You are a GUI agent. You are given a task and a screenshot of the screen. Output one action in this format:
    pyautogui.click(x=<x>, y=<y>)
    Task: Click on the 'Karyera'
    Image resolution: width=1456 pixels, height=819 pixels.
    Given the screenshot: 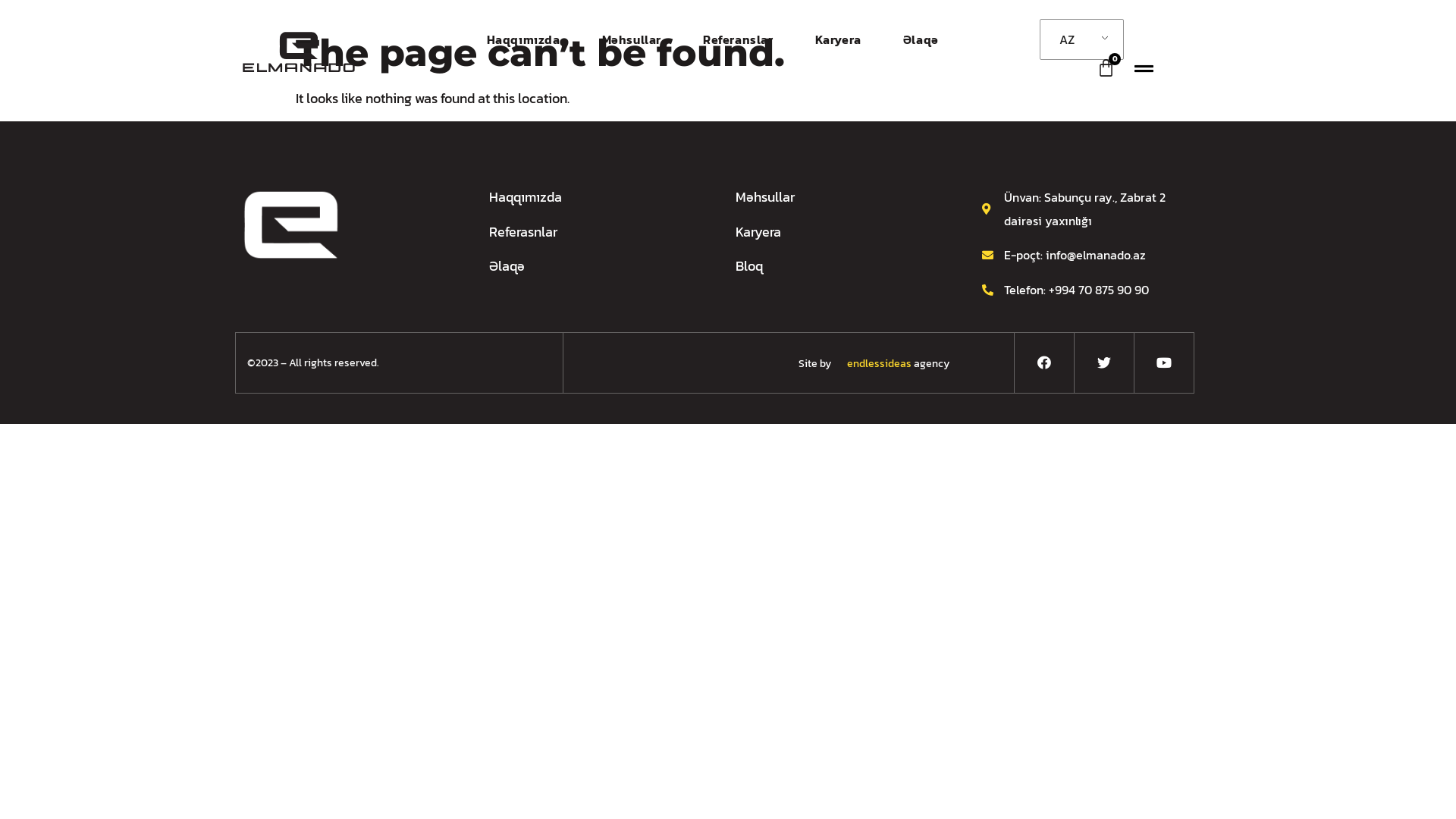 What is the action you would take?
    pyautogui.click(x=814, y=38)
    